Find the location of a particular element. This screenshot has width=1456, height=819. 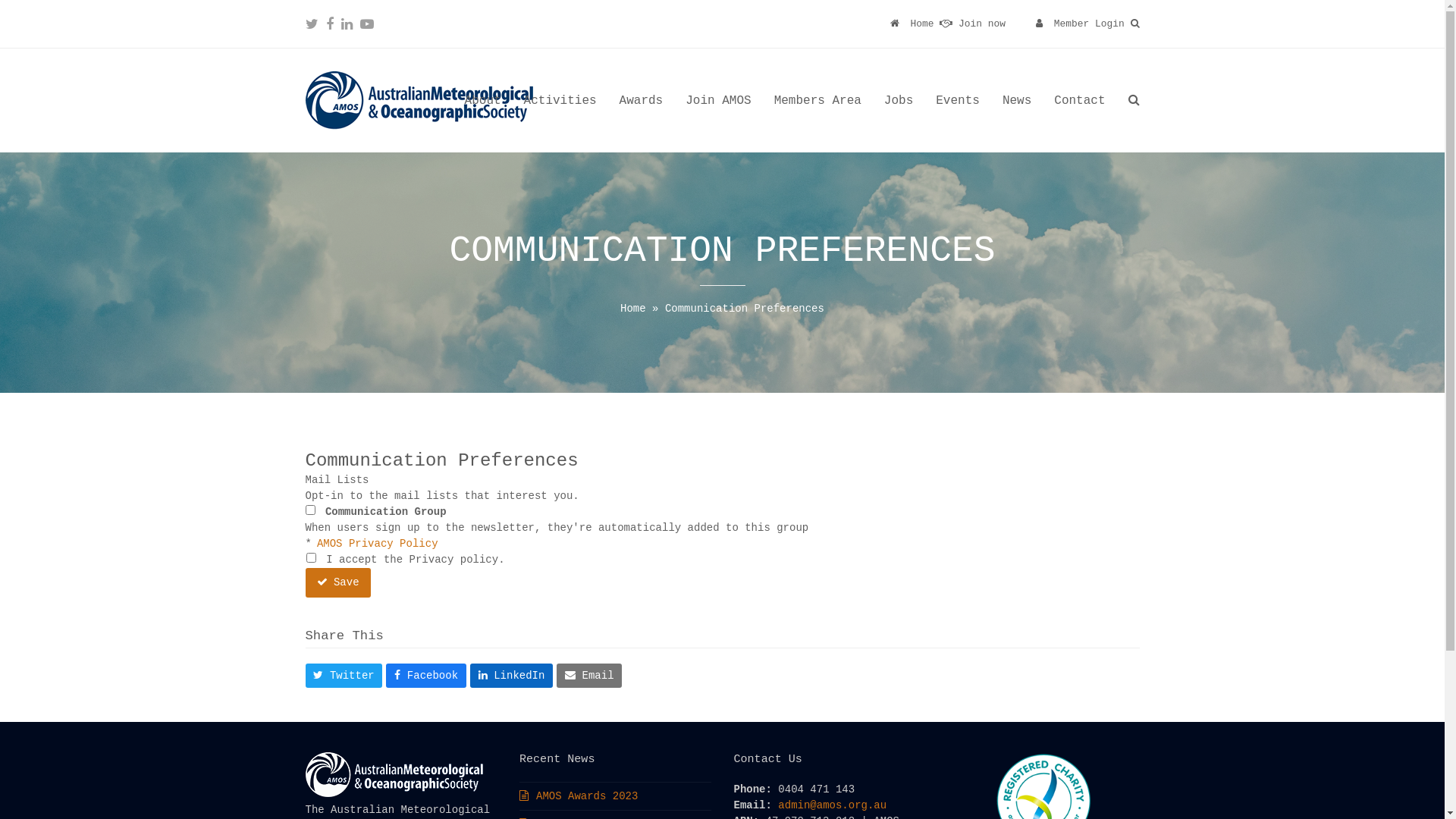

'Home' is located at coordinates (912, 24).